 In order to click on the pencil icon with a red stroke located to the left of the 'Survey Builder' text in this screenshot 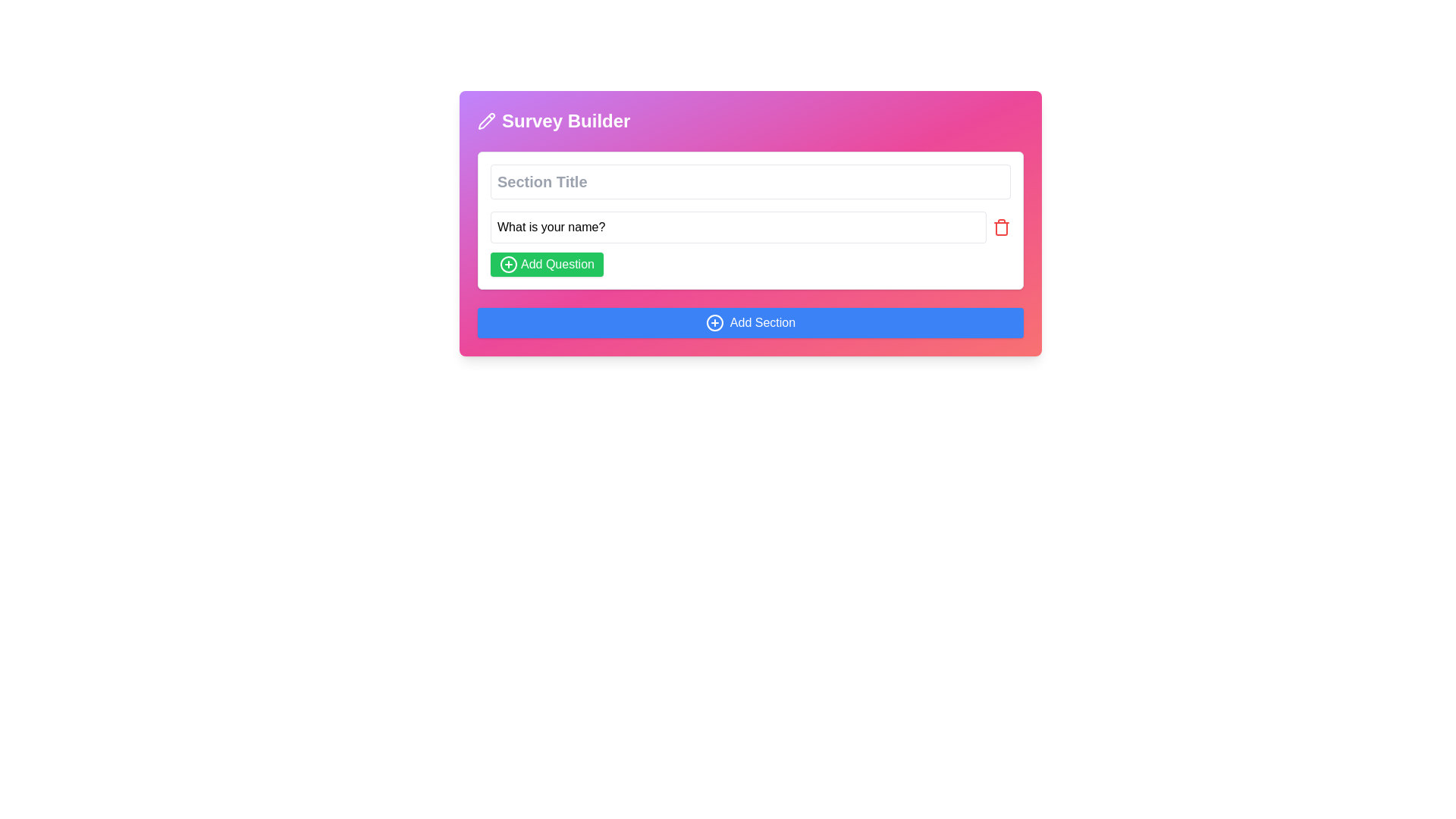, I will do `click(487, 120)`.